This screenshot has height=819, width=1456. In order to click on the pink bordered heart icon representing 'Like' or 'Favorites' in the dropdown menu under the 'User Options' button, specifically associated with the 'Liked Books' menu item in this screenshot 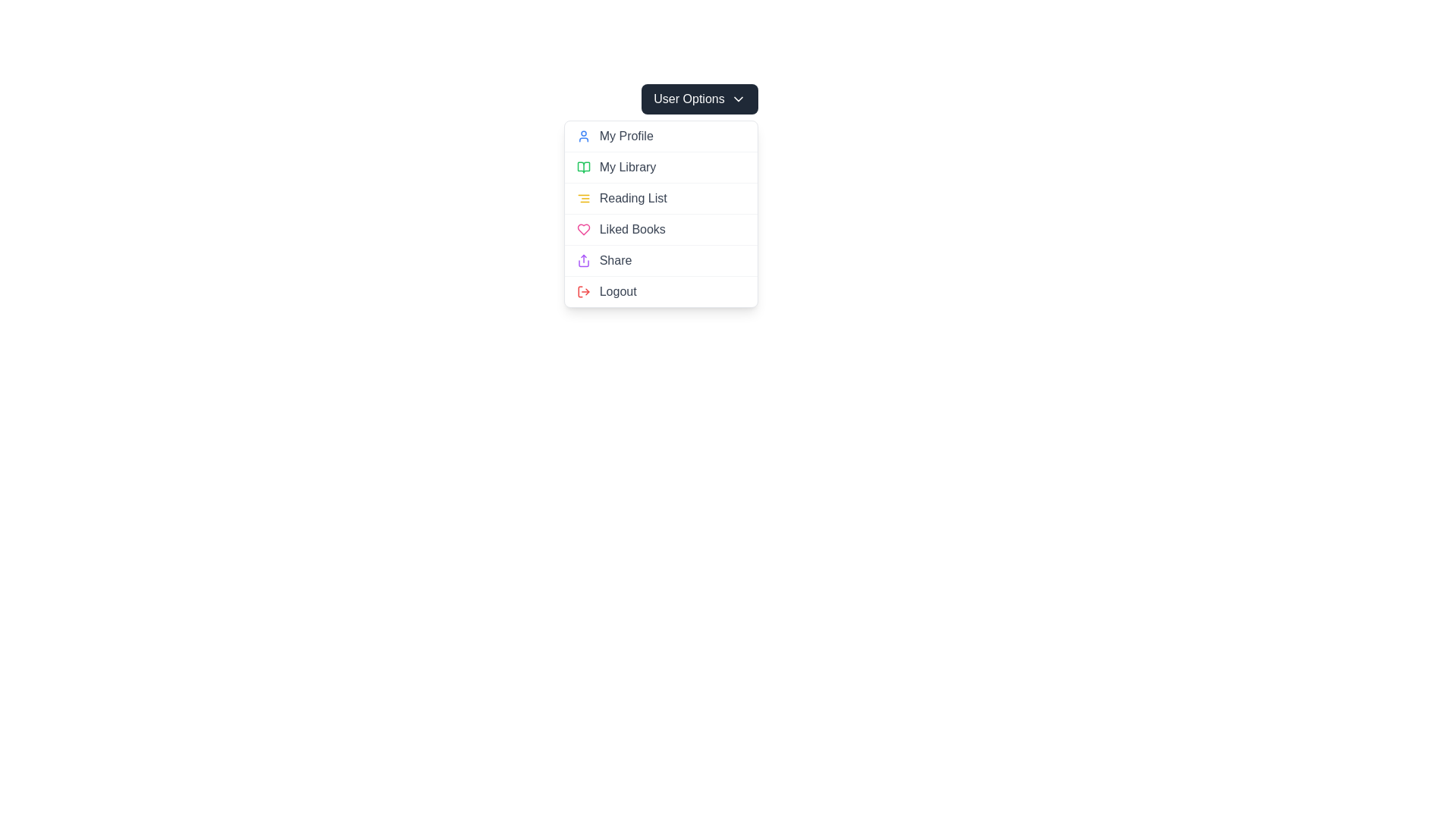, I will do `click(582, 230)`.